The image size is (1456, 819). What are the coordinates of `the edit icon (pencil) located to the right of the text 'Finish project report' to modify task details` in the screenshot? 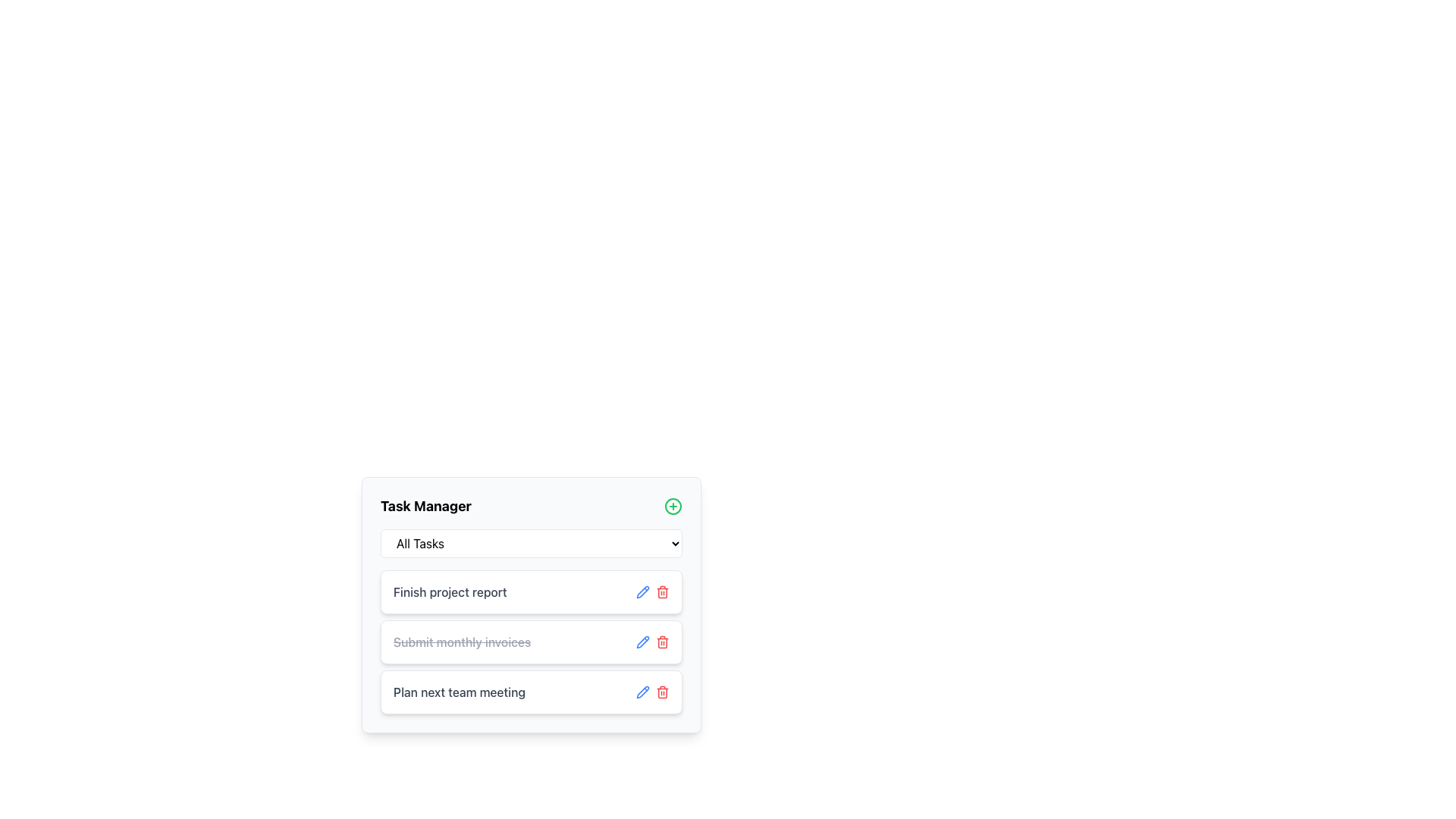 It's located at (643, 590).